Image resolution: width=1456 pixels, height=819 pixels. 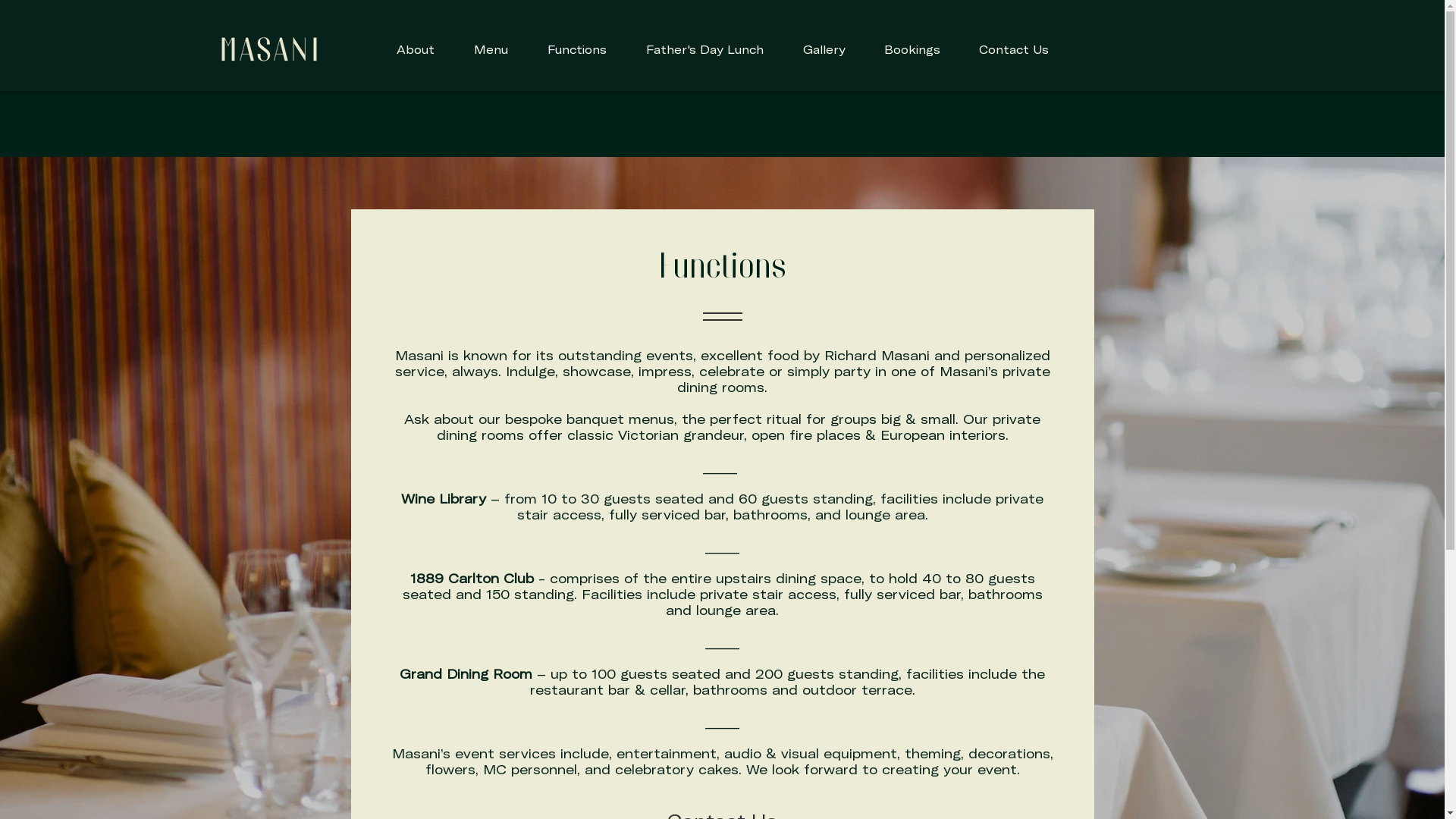 I want to click on 'Father's Day Lunch', so click(x=704, y=49).